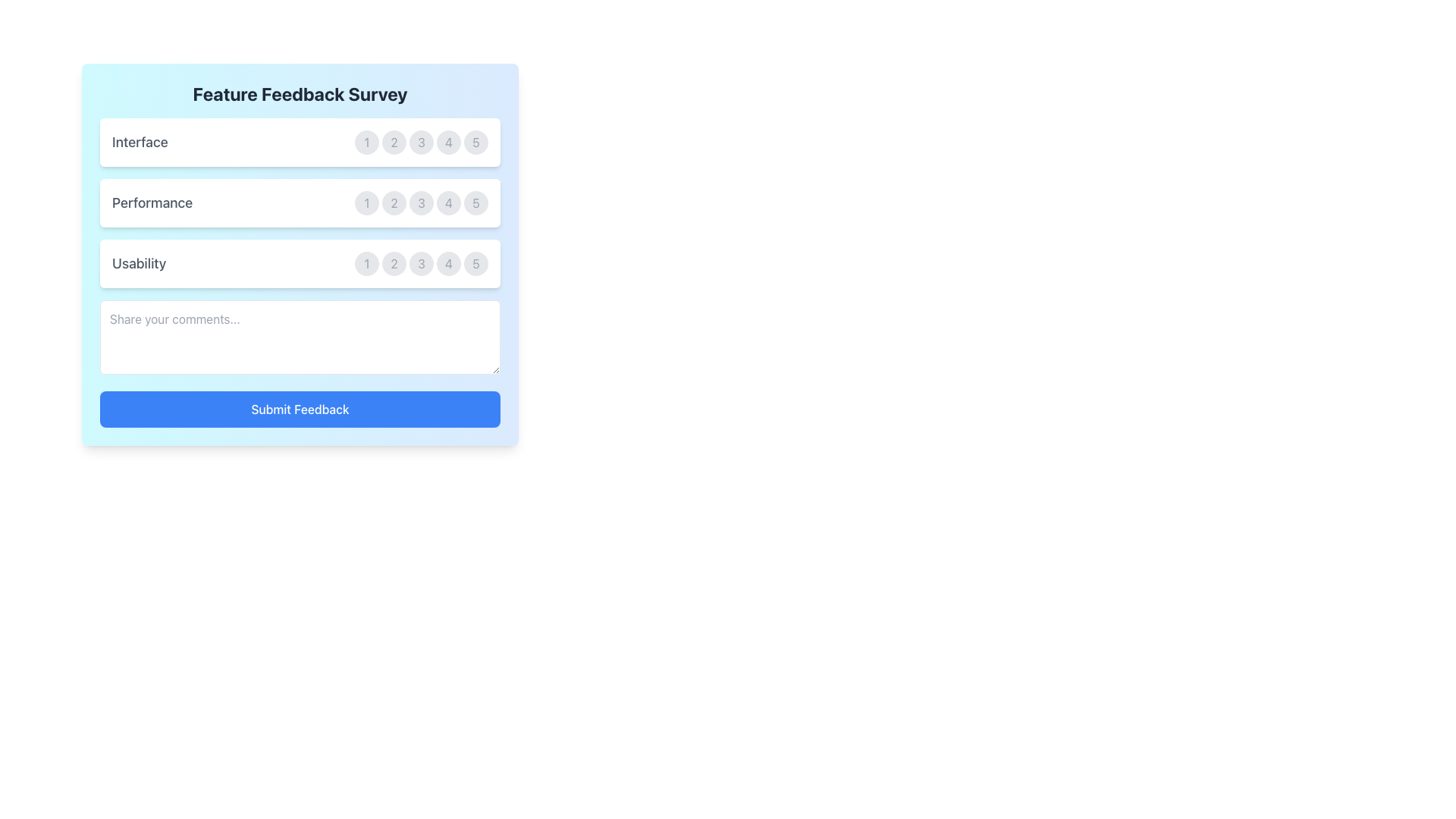 The width and height of the screenshot is (1456, 819). Describe the element at coordinates (300, 409) in the screenshot. I see `the submit button located at the bottom of the survey card` at that location.